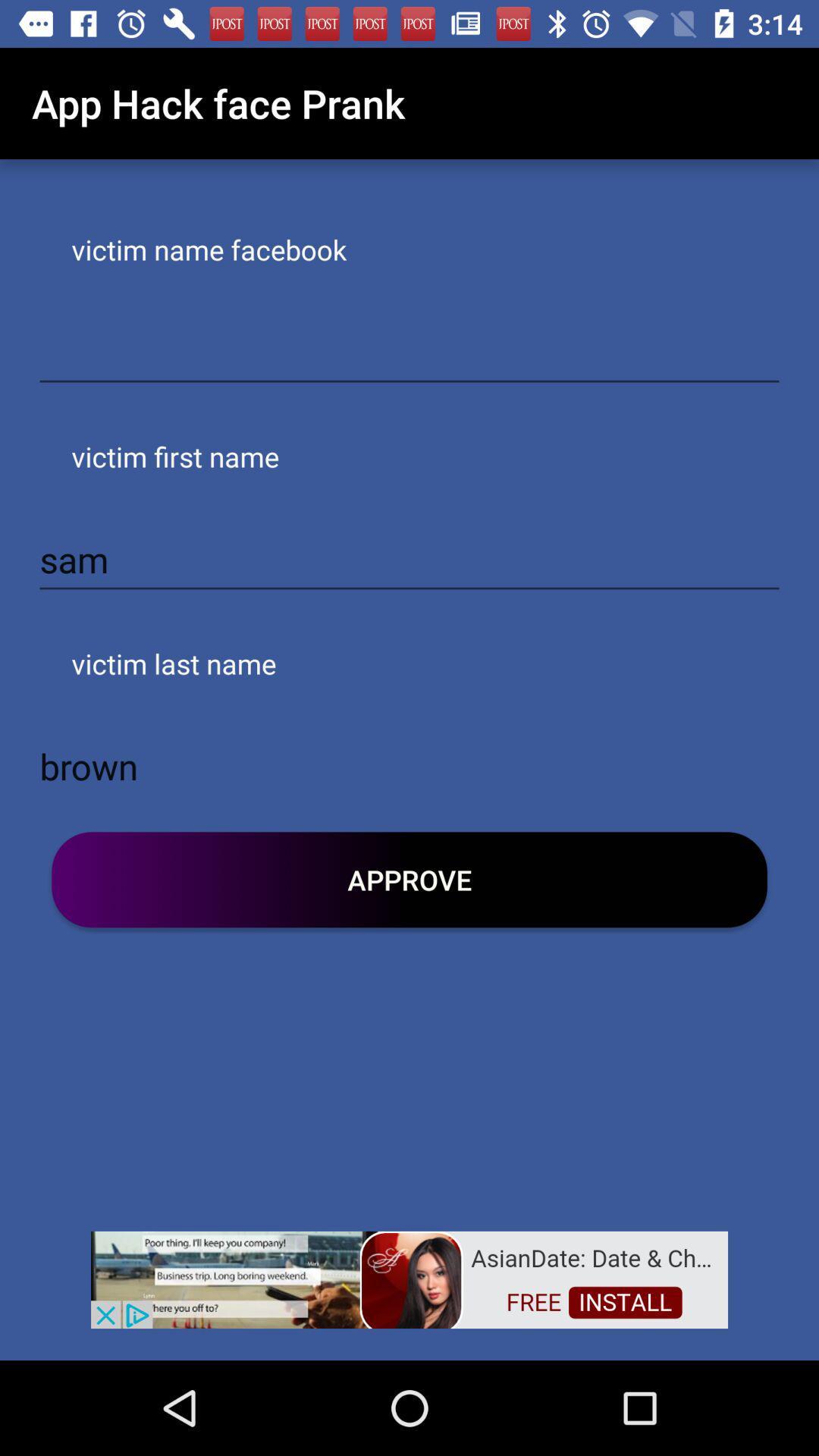 This screenshot has width=819, height=1456. What do you see at coordinates (409, 1278) in the screenshot?
I see `open advertisement` at bounding box center [409, 1278].